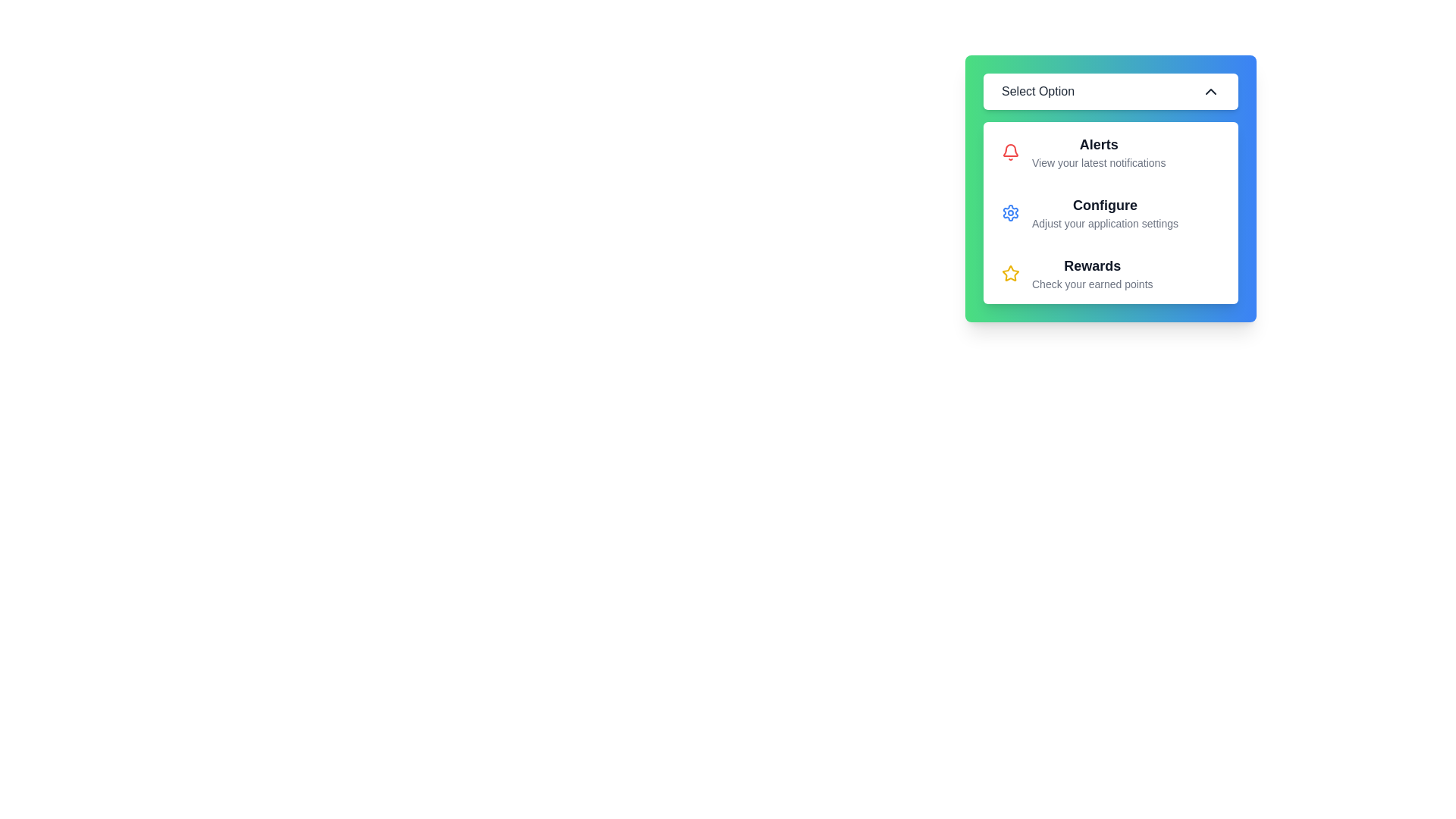 The width and height of the screenshot is (1456, 819). What do you see at coordinates (1092, 265) in the screenshot?
I see `the 'Rewards' text label element to interact with the associated rewards section in the menu interface` at bounding box center [1092, 265].